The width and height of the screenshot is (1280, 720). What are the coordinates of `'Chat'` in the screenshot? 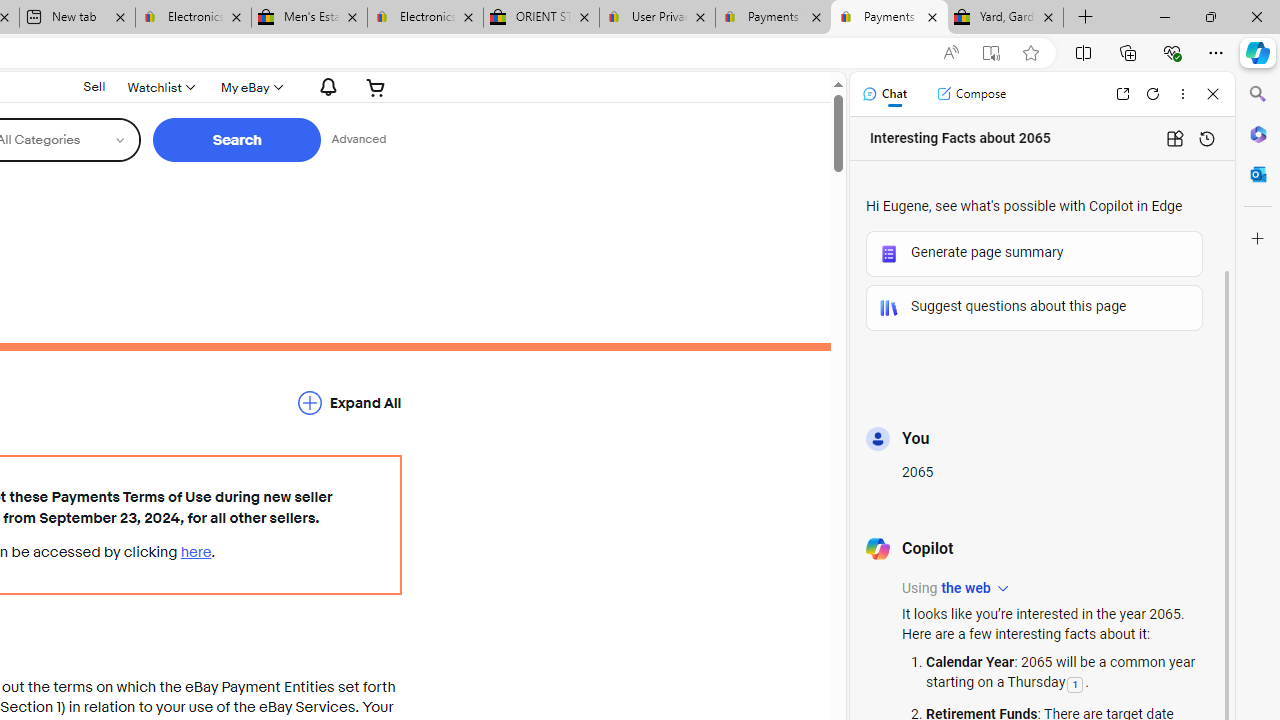 It's located at (883, 93).